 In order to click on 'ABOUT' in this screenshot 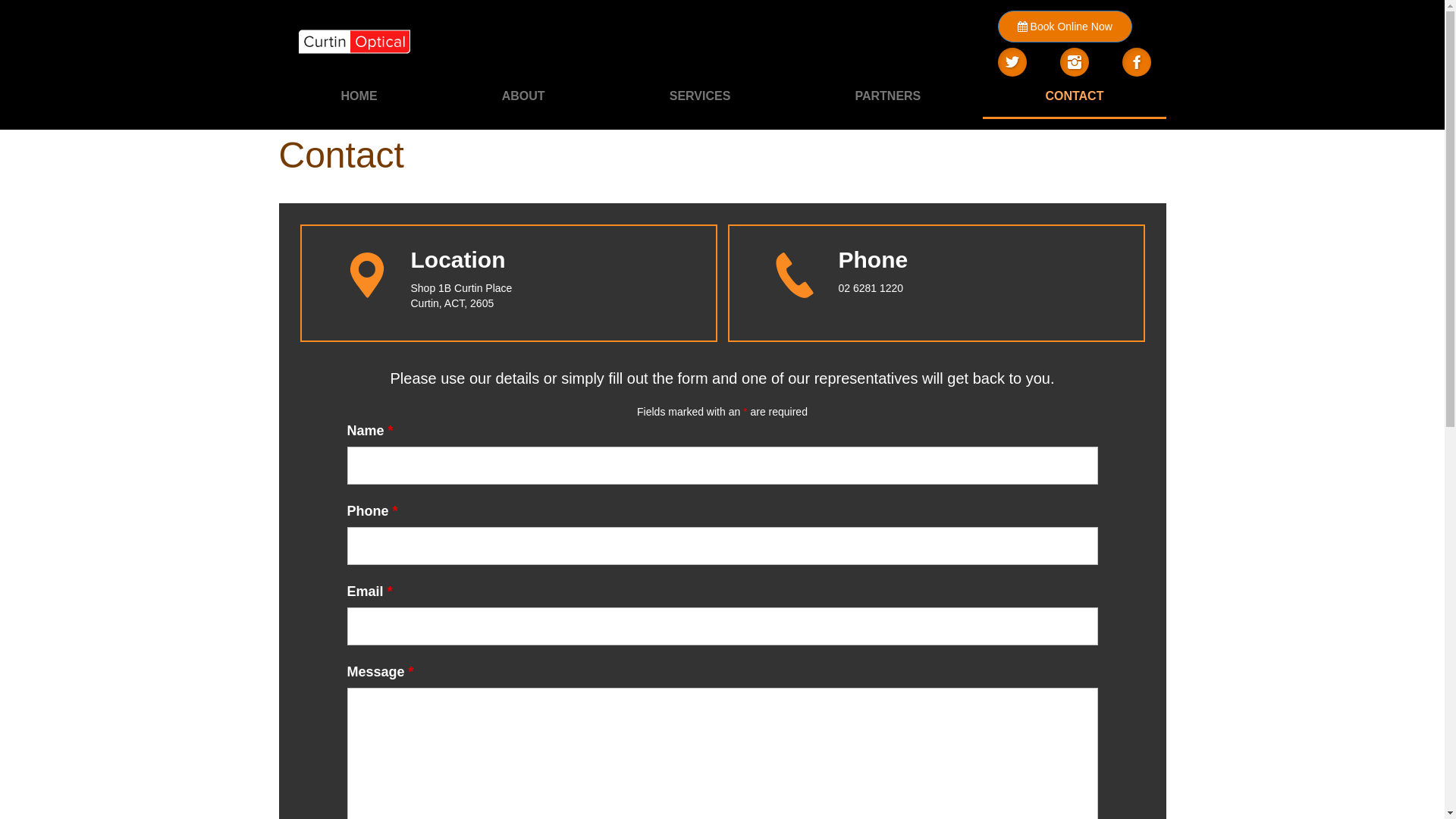, I will do `click(523, 96)`.